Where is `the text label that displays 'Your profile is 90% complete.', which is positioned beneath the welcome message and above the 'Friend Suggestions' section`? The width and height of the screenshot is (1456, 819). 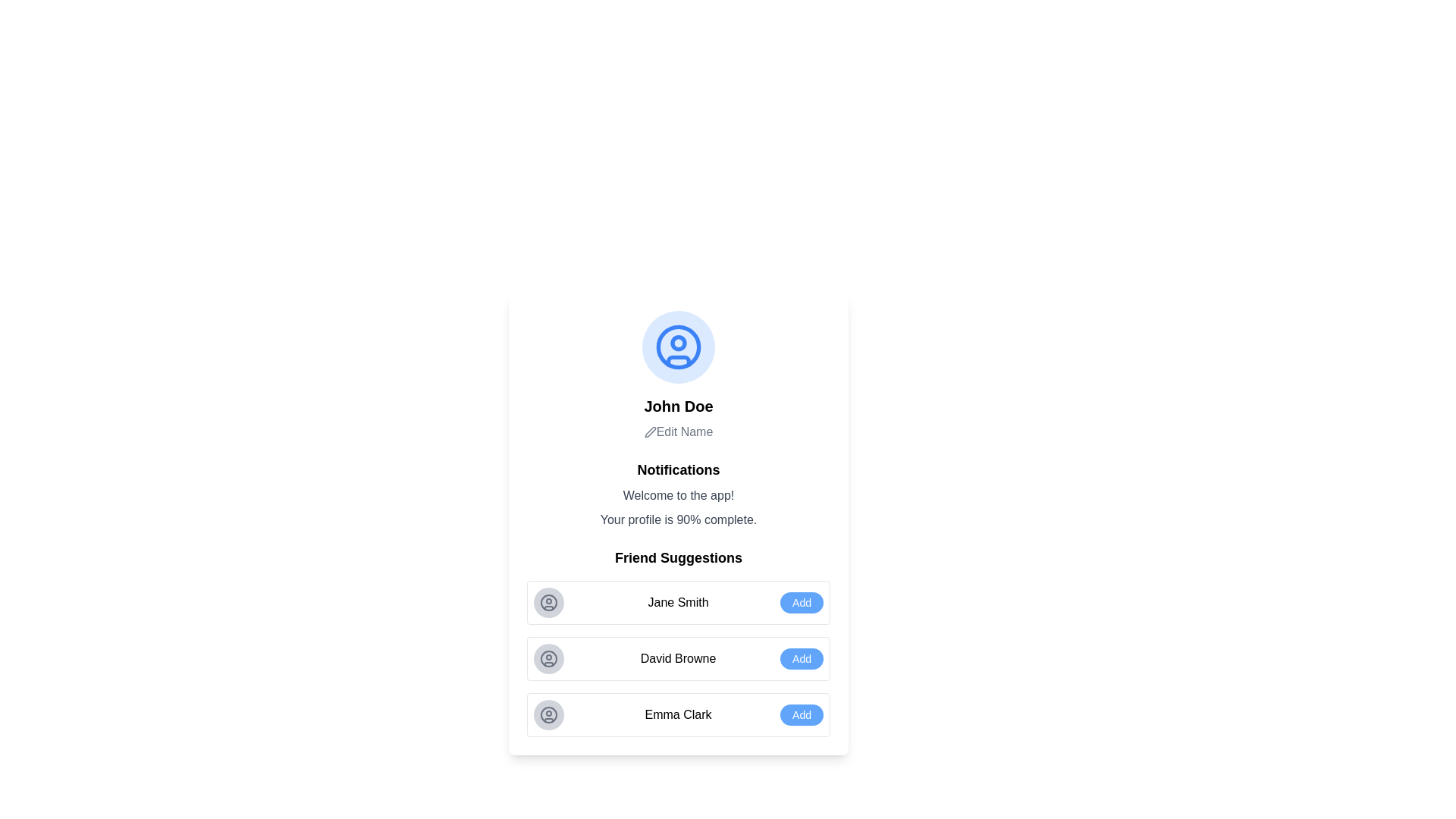
the text label that displays 'Your profile is 90% complete.', which is positioned beneath the welcome message and above the 'Friend Suggestions' section is located at coordinates (677, 519).